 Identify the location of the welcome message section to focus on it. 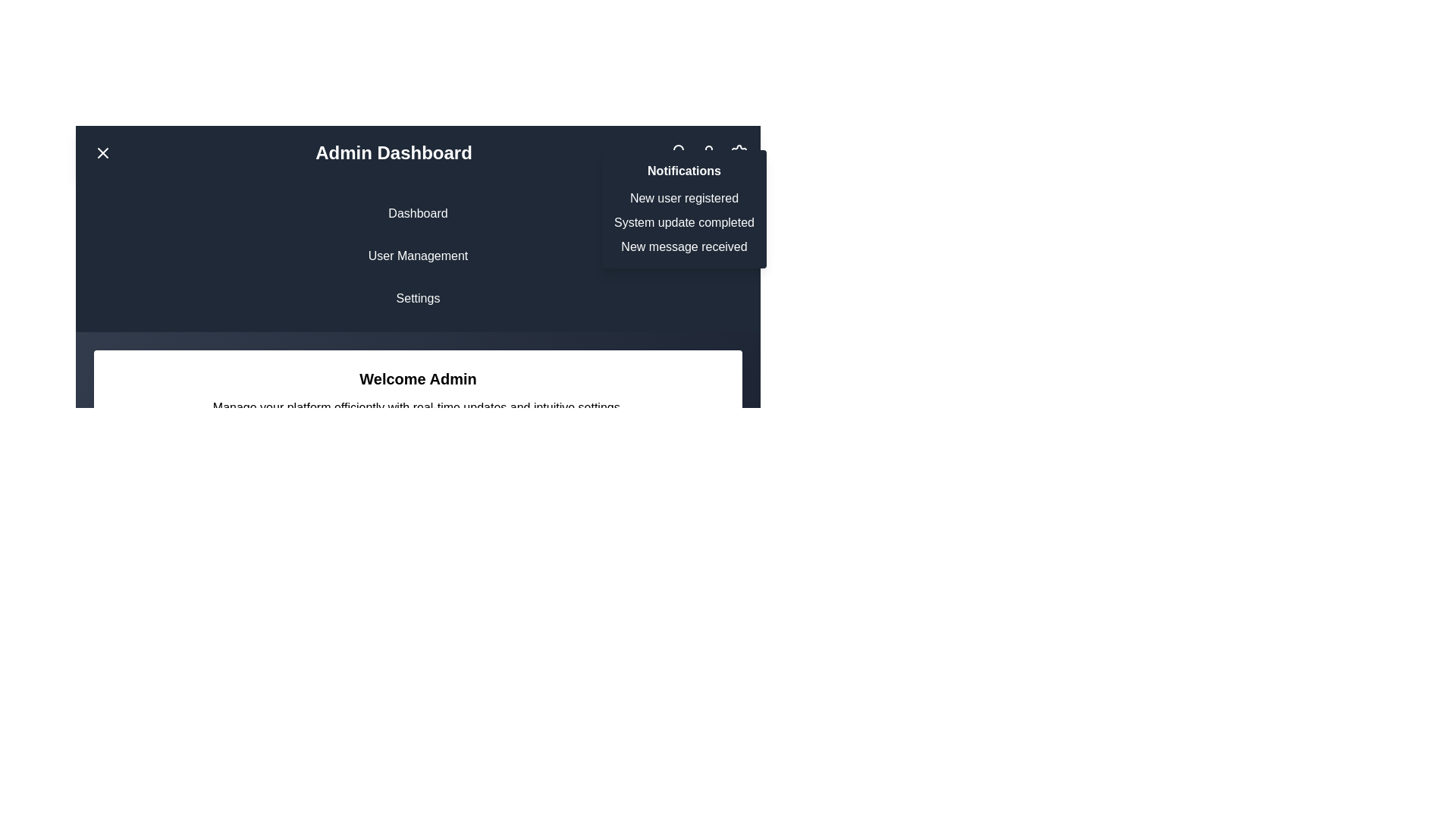
(418, 391).